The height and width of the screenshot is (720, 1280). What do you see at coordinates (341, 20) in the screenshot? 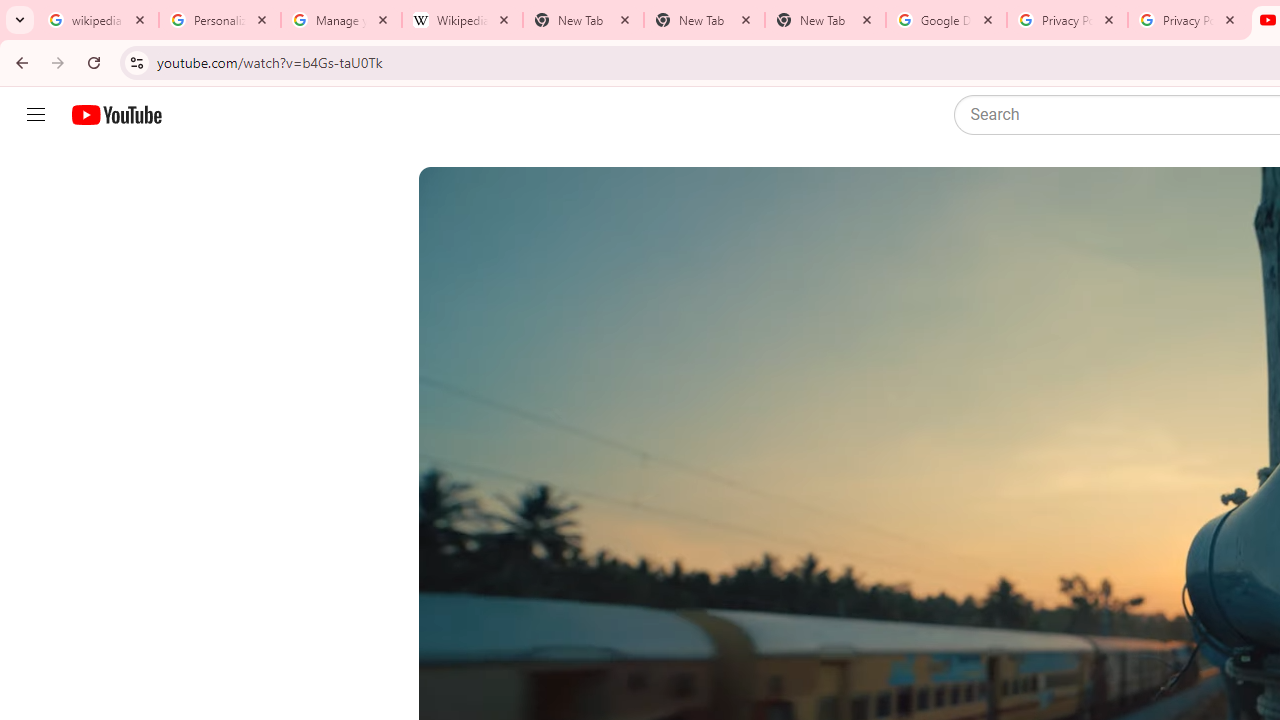
I see `'Manage your Location History - Google Search Help'` at bounding box center [341, 20].